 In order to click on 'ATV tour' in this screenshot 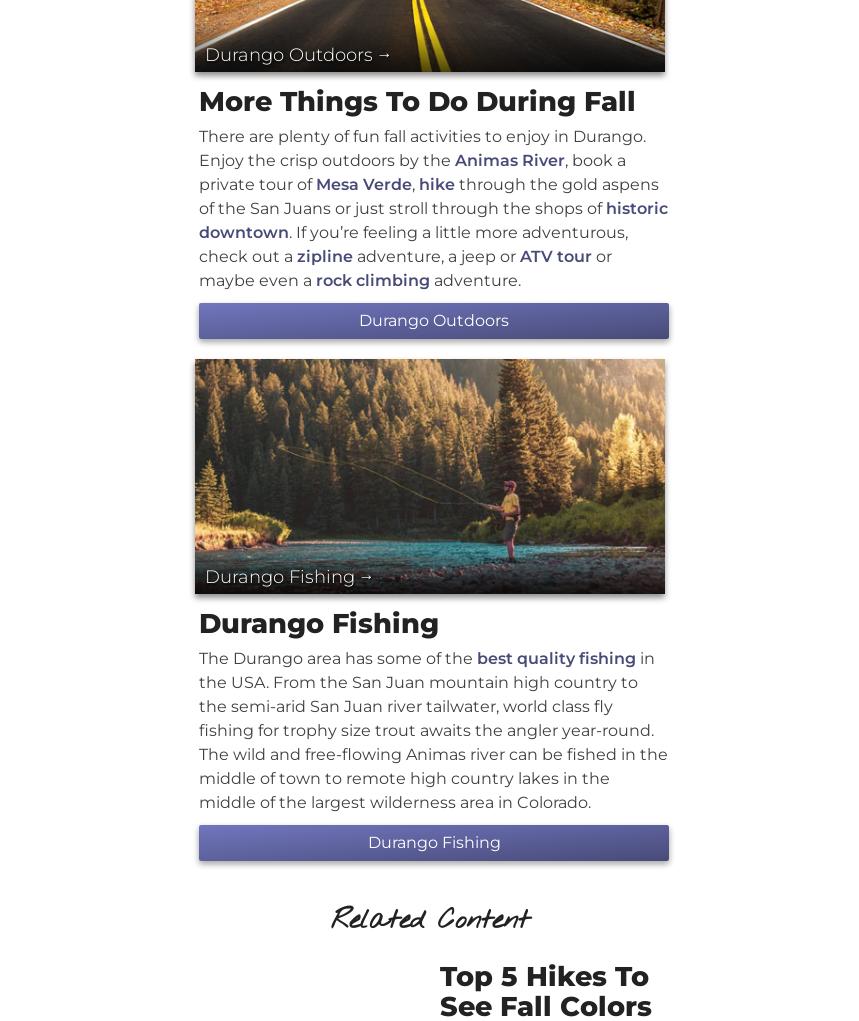, I will do `click(555, 254)`.